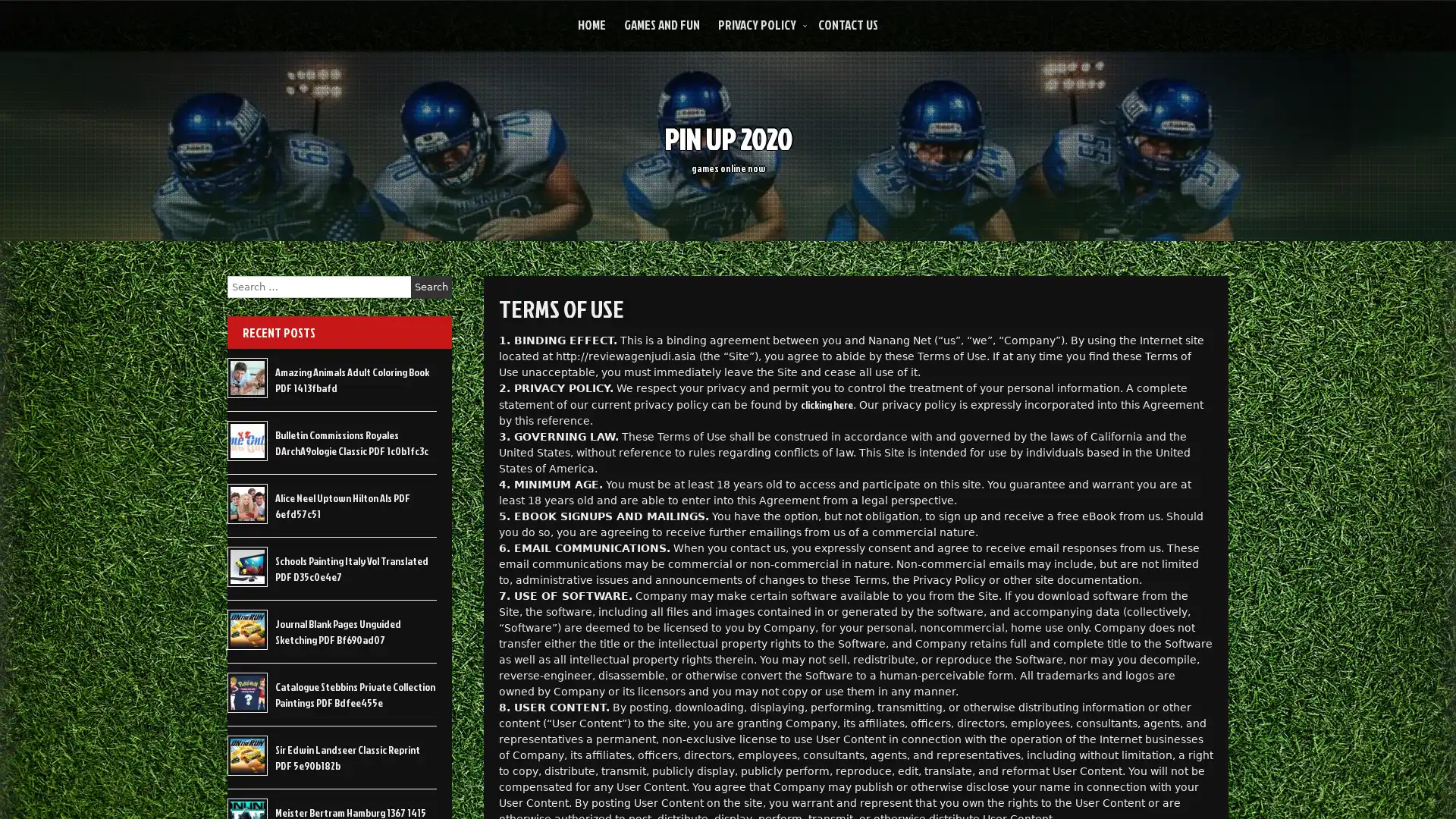 This screenshot has height=819, width=1456. What do you see at coordinates (431, 287) in the screenshot?
I see `Search` at bounding box center [431, 287].